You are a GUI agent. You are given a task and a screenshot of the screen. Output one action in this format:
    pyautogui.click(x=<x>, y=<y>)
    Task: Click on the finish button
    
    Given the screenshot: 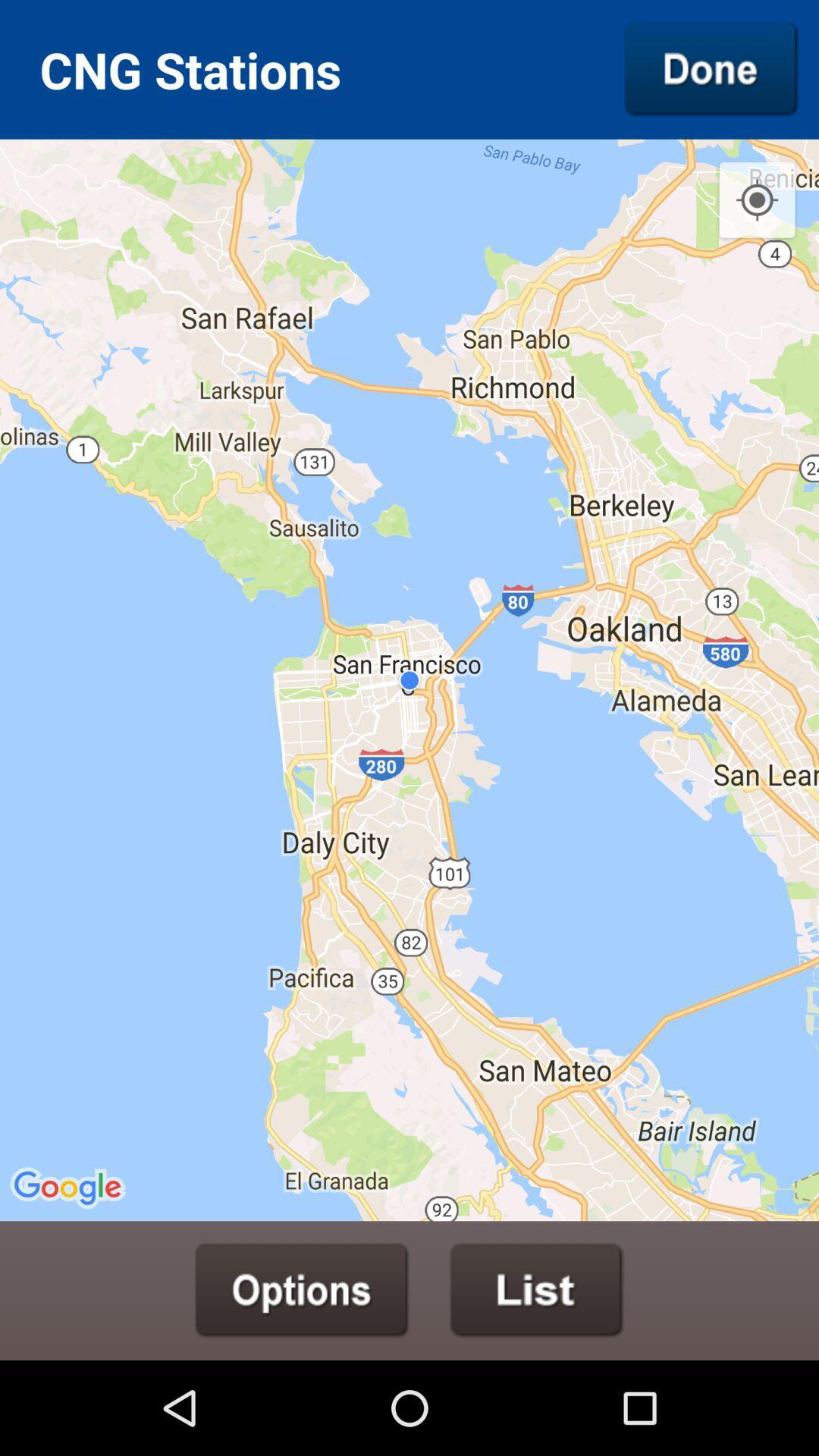 What is the action you would take?
    pyautogui.click(x=711, y=68)
    